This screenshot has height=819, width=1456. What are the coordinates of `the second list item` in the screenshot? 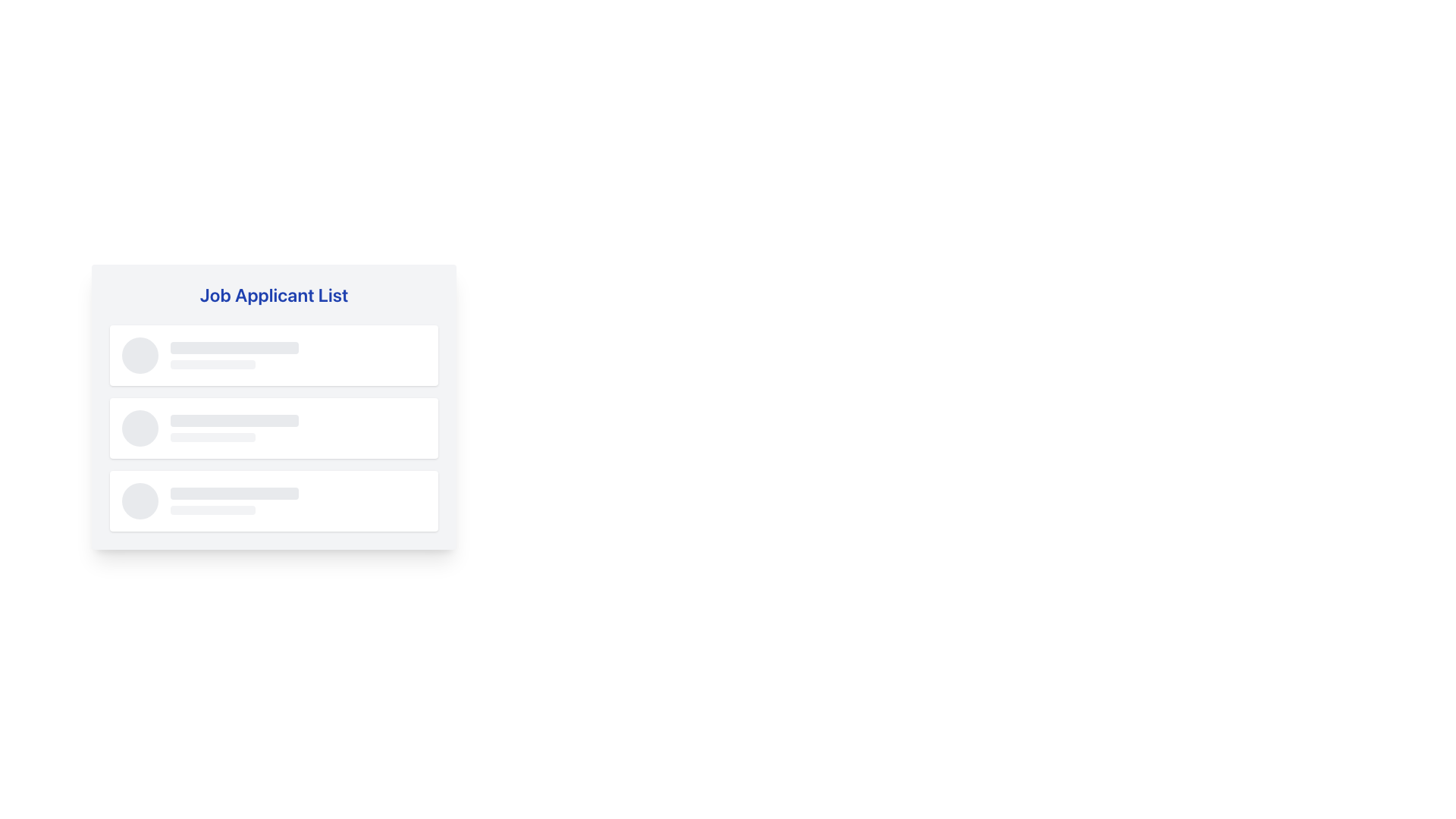 It's located at (274, 428).